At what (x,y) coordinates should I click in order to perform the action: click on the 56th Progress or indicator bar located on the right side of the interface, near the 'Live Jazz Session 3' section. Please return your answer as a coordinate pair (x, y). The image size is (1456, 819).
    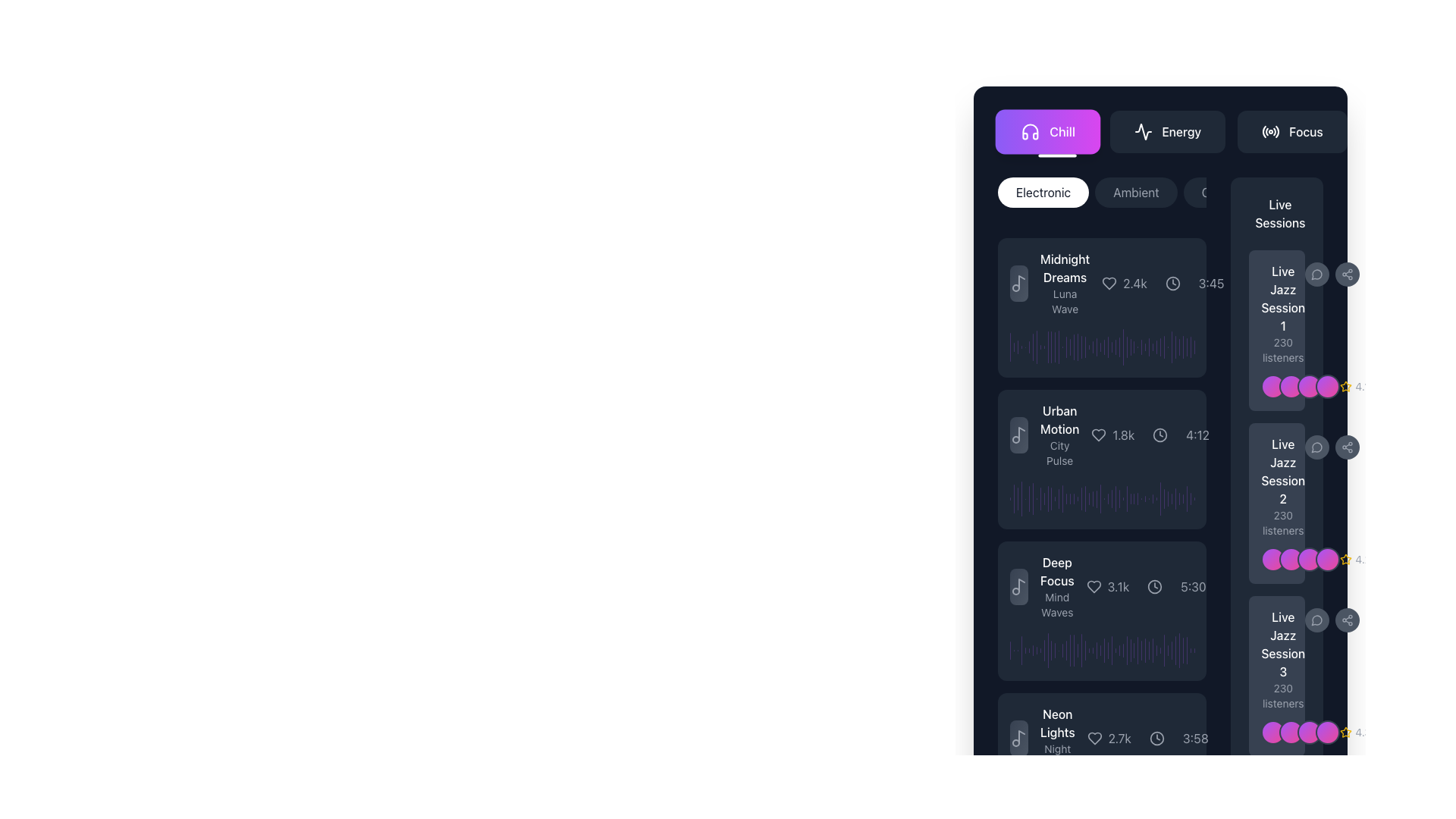
    Looking at the image, I should click on (1171, 801).